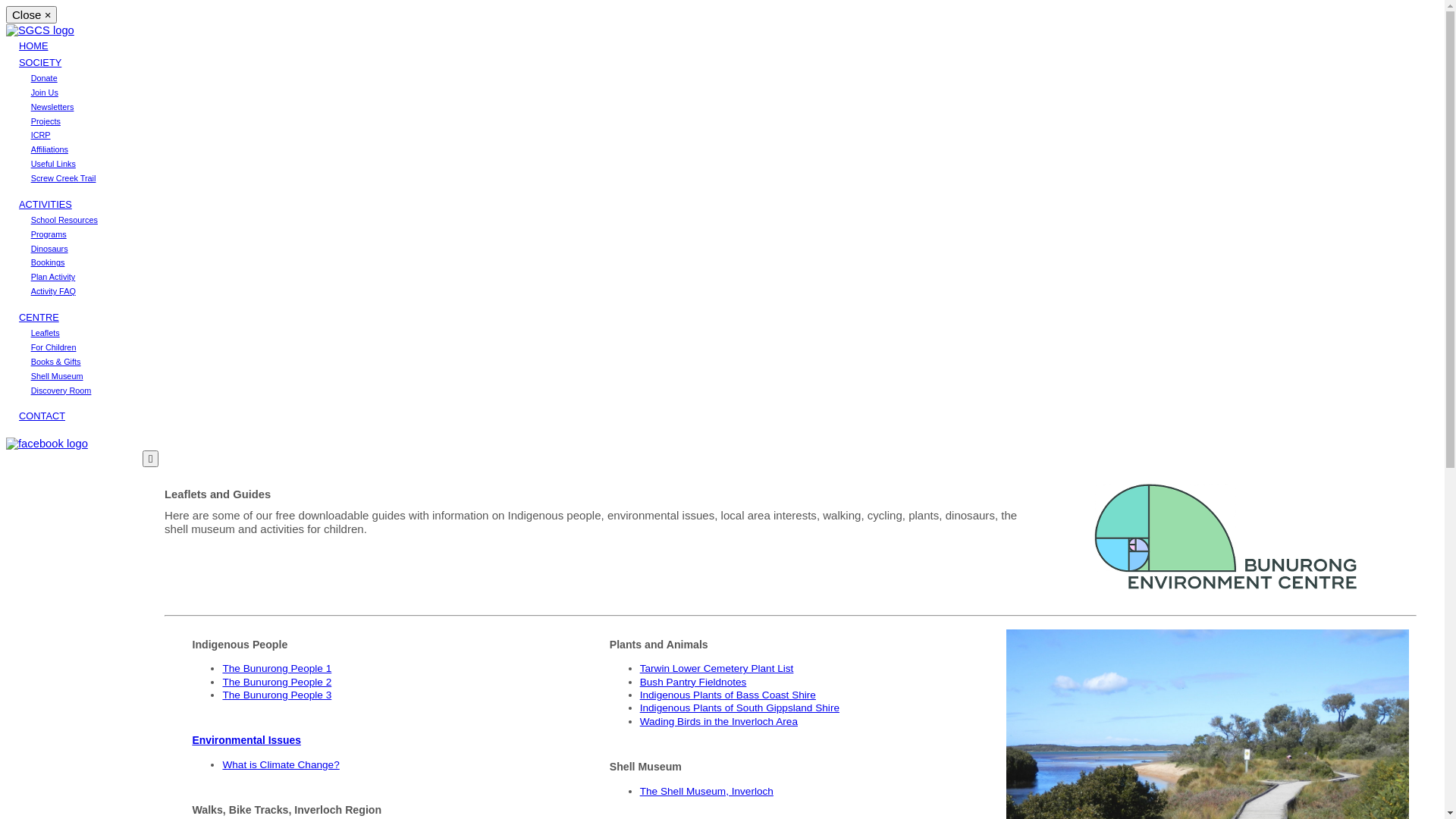 Image resolution: width=1456 pixels, height=819 pixels. I want to click on 'Indigenous Plants of South Gippsland Shire', so click(640, 708).